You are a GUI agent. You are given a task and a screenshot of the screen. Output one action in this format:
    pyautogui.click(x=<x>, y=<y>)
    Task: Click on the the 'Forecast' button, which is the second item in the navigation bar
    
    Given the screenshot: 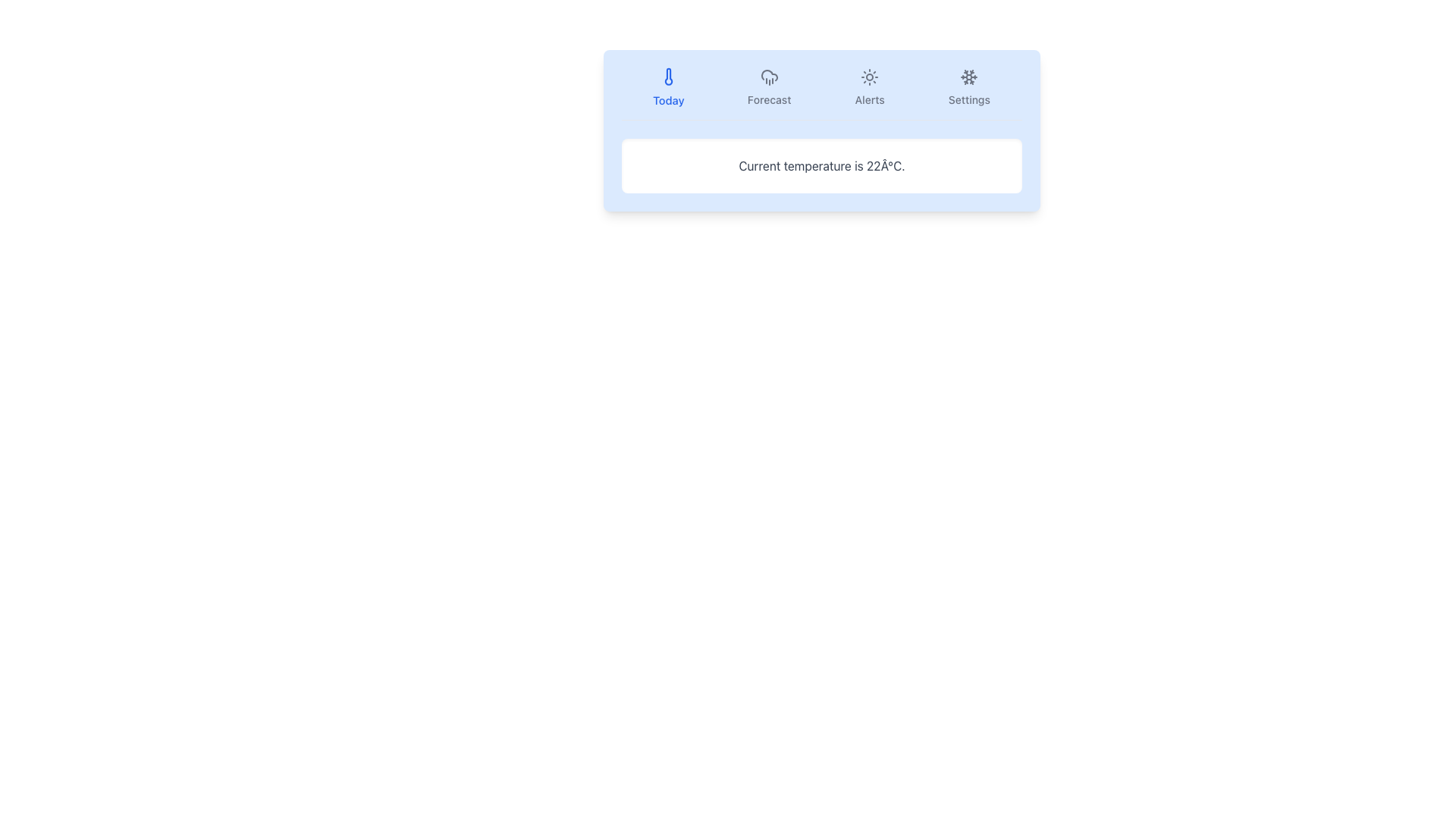 What is the action you would take?
    pyautogui.click(x=769, y=87)
    